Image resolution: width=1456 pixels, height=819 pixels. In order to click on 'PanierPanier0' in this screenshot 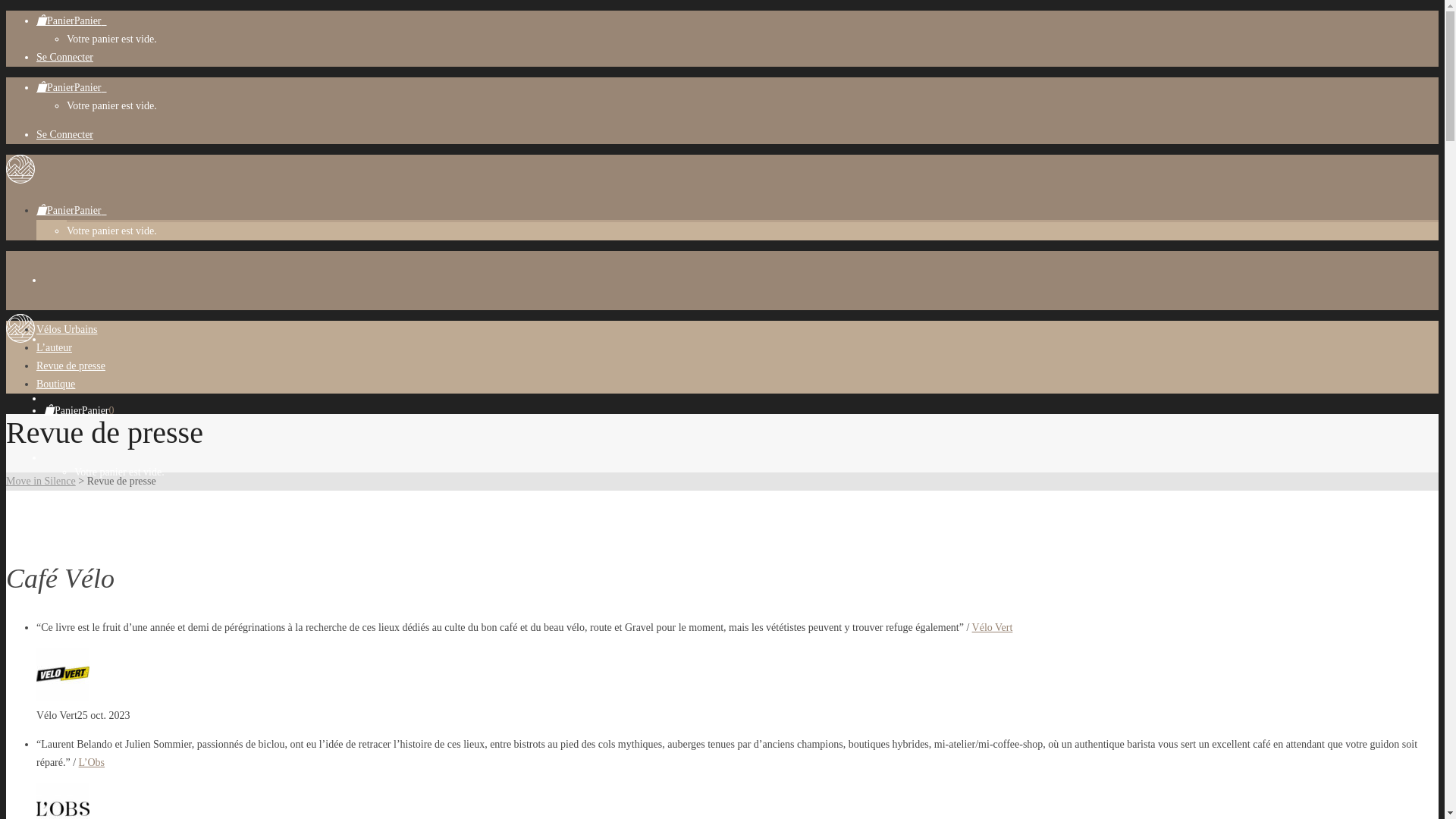, I will do `click(71, 20)`.